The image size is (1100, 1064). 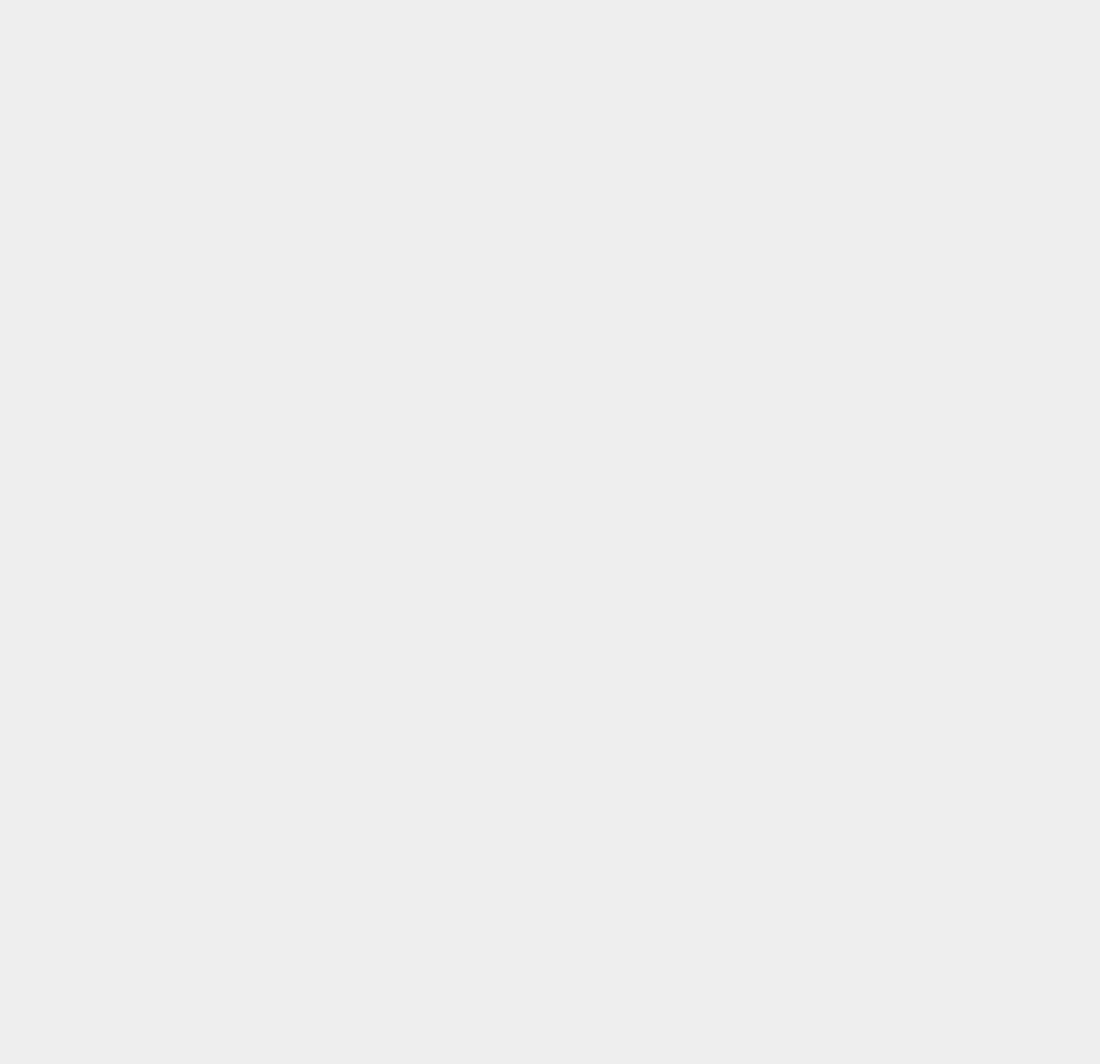 What do you see at coordinates (778, 76) in the screenshot?
I see `'Doodle'` at bounding box center [778, 76].